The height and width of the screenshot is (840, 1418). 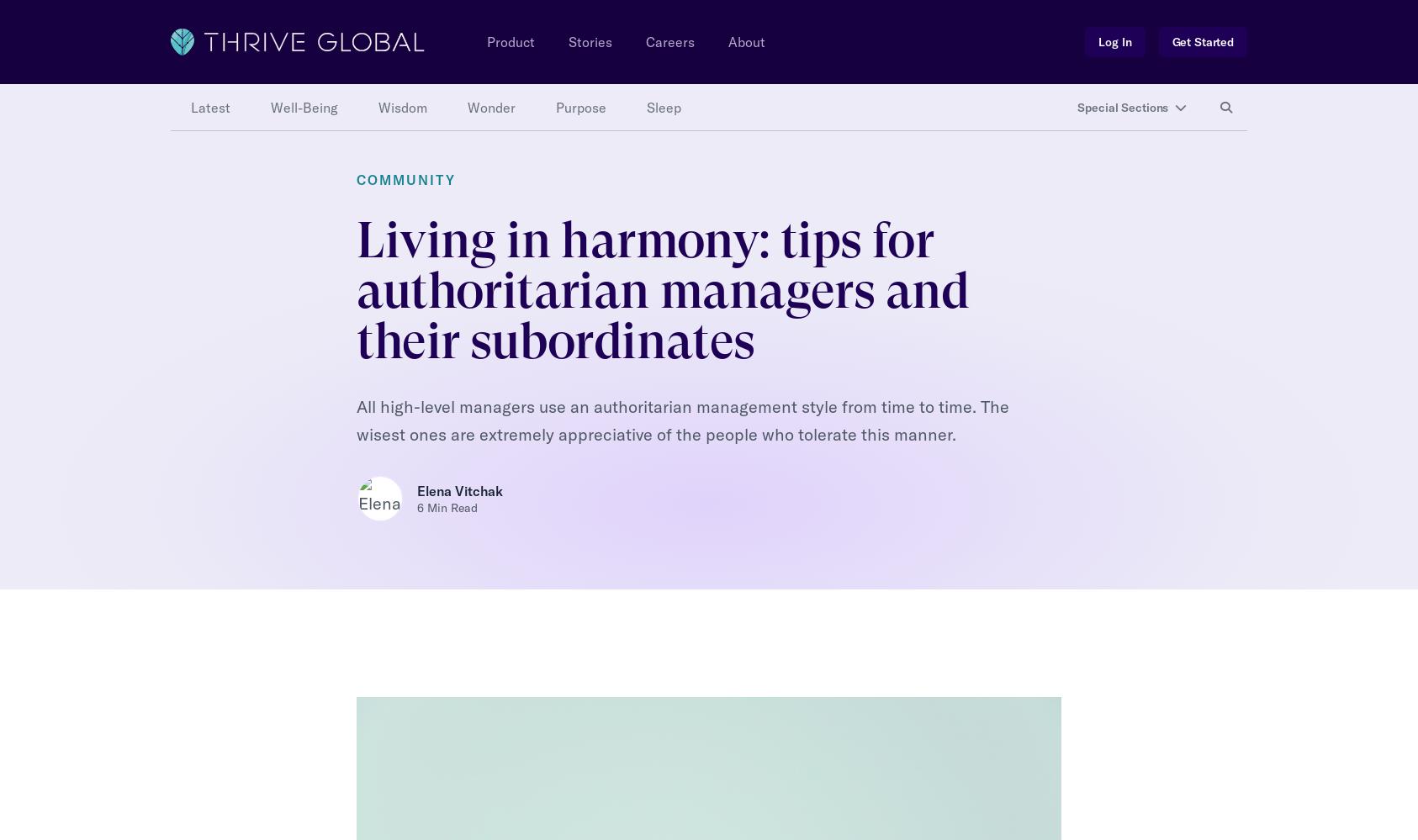 What do you see at coordinates (538, 332) in the screenshot?
I see `'— Strengthen your working and interpersonal relationships;'` at bounding box center [538, 332].